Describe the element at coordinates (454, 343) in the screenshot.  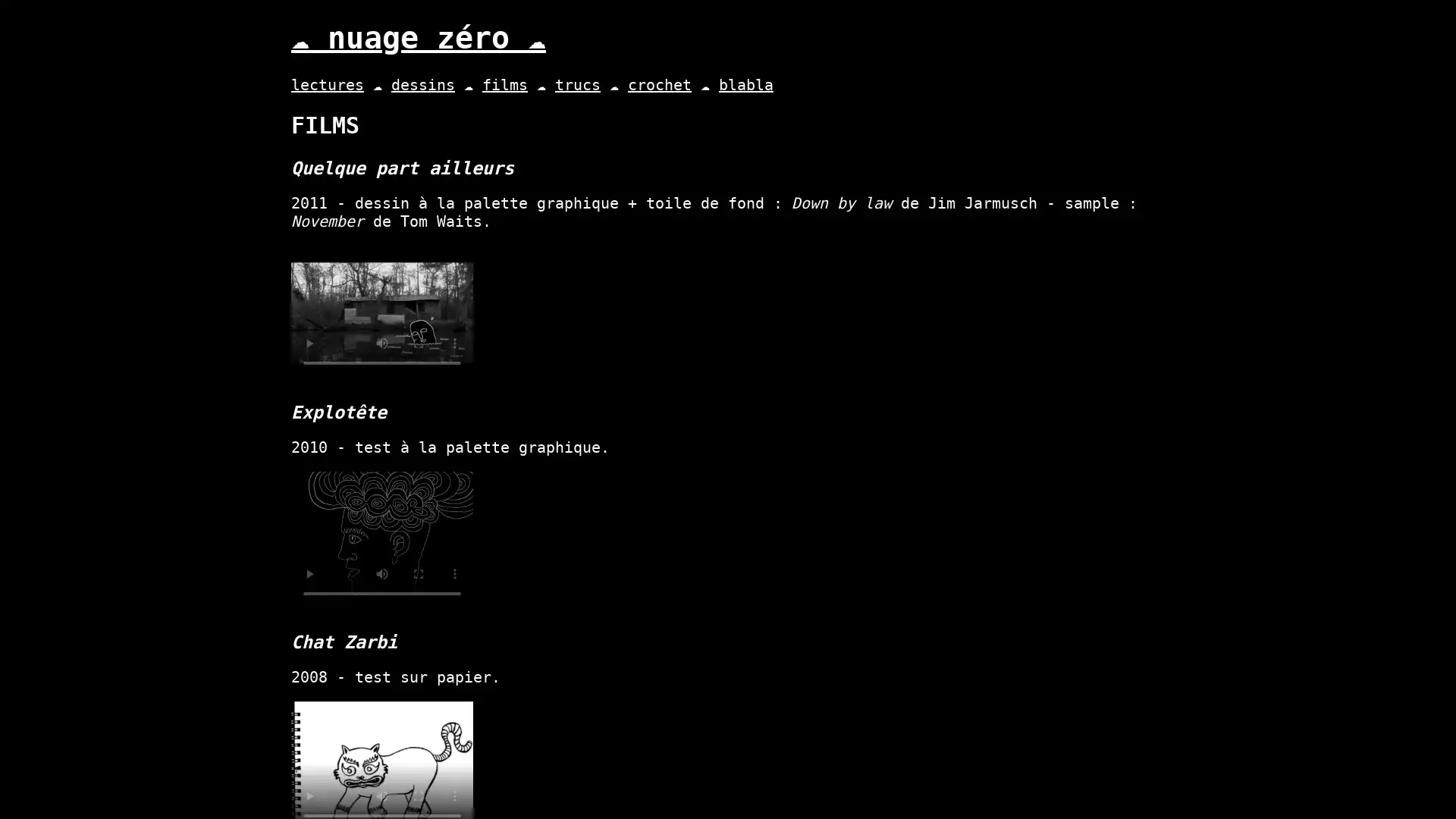
I see `show more media controls` at that location.